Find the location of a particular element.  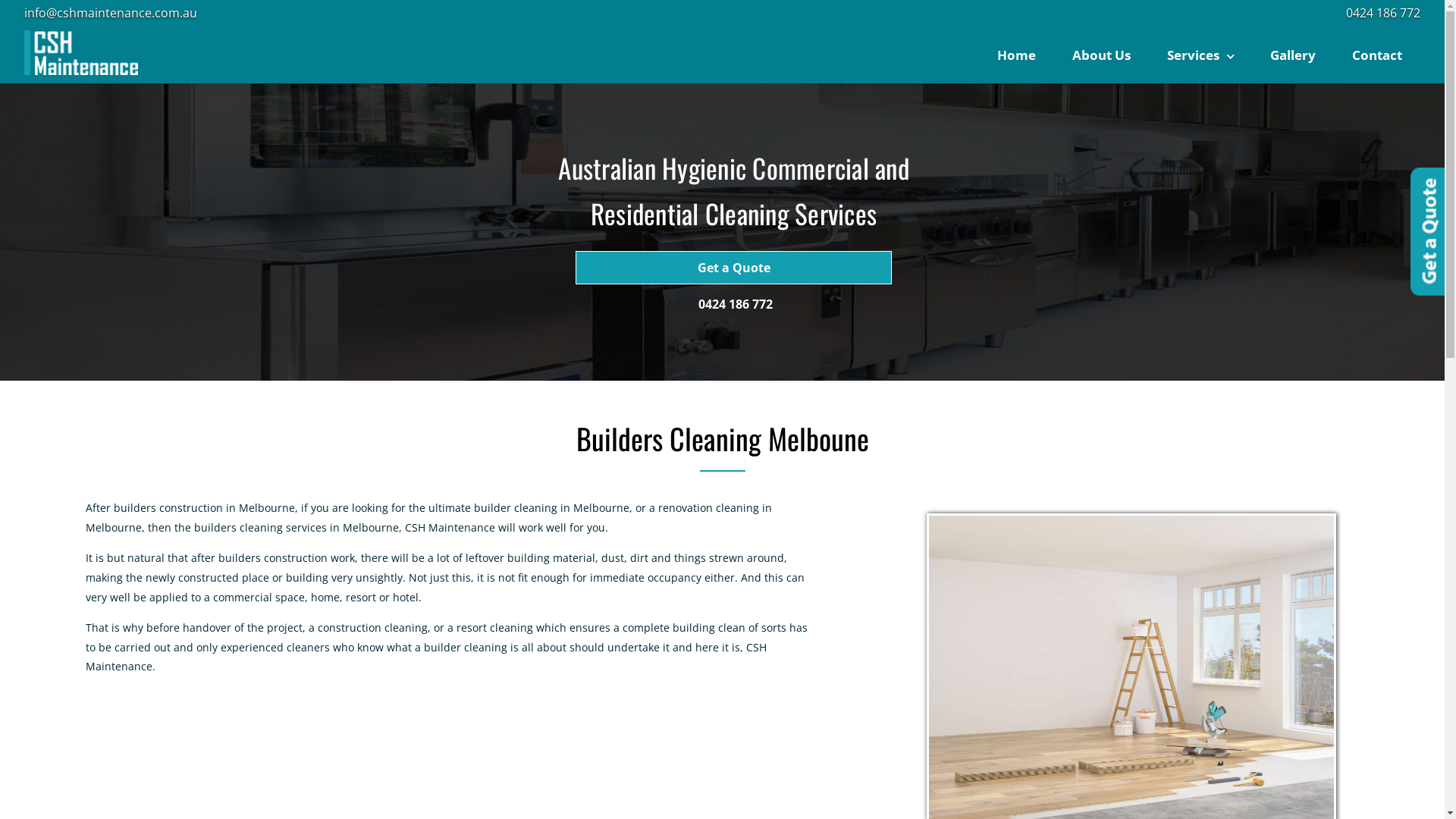

'Gallery' is located at coordinates (1291, 54).